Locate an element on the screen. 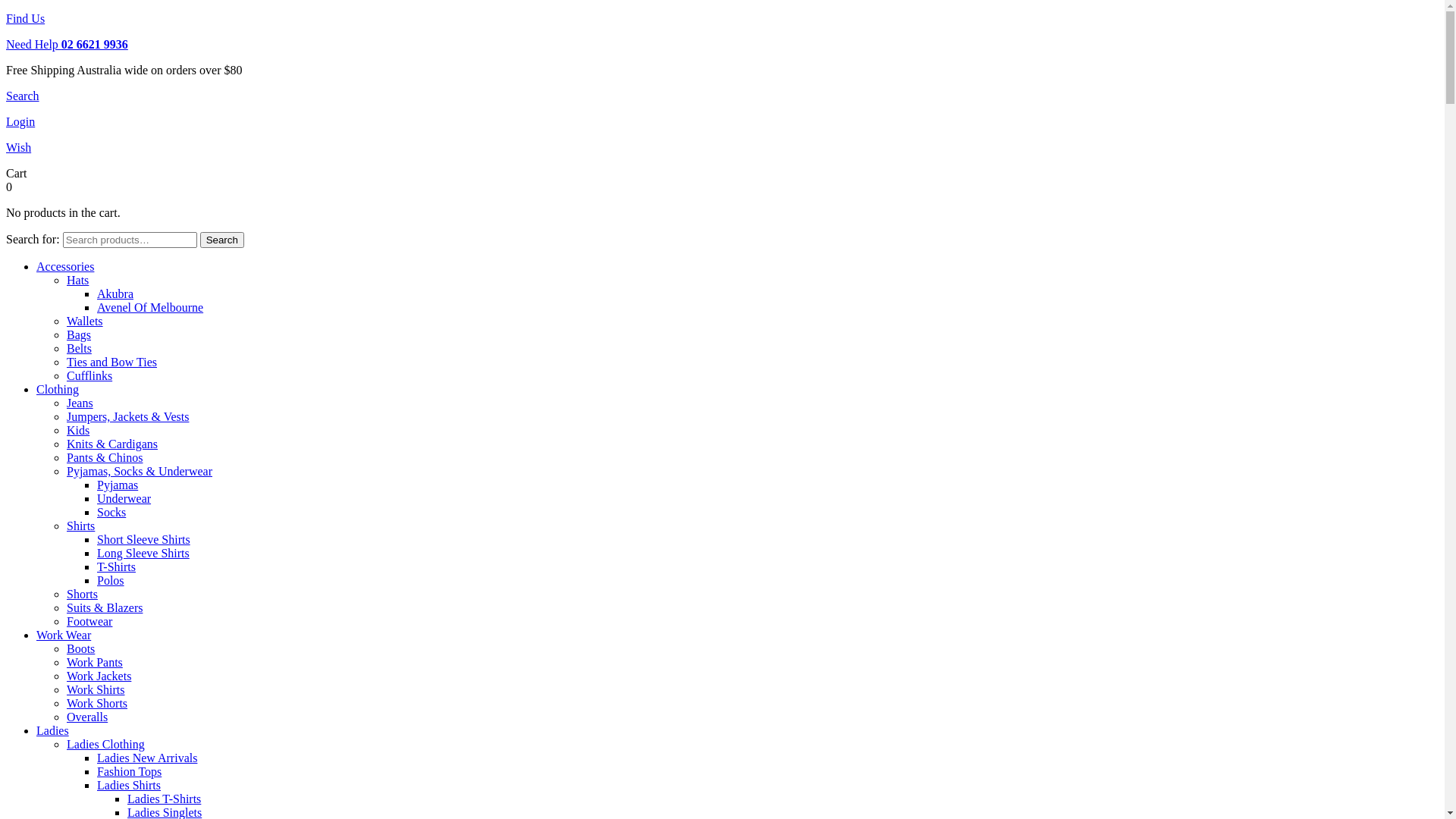  'Socks' is located at coordinates (111, 512).